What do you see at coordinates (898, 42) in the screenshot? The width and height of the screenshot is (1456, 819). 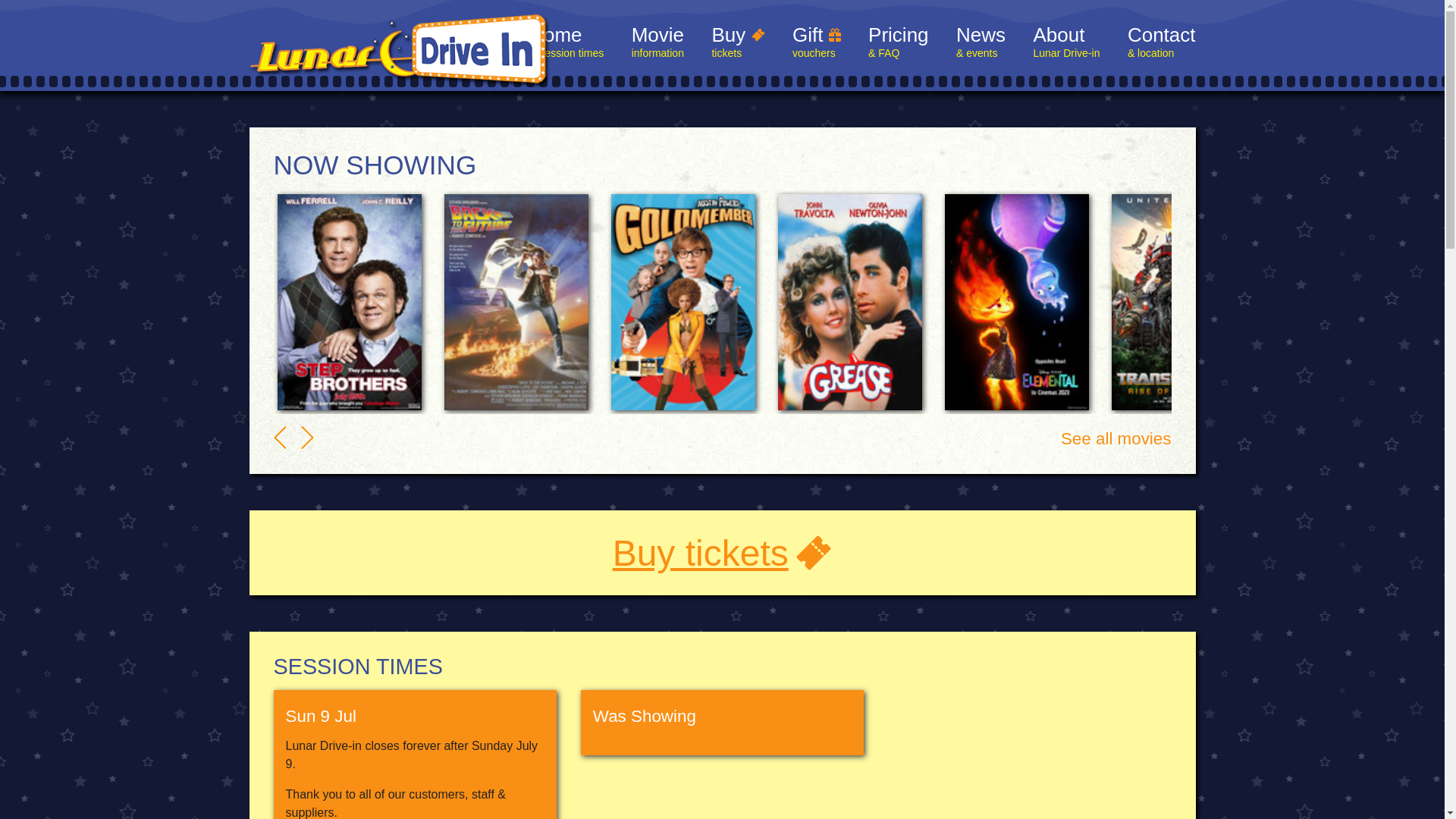 I see `'Pricing` at bounding box center [898, 42].